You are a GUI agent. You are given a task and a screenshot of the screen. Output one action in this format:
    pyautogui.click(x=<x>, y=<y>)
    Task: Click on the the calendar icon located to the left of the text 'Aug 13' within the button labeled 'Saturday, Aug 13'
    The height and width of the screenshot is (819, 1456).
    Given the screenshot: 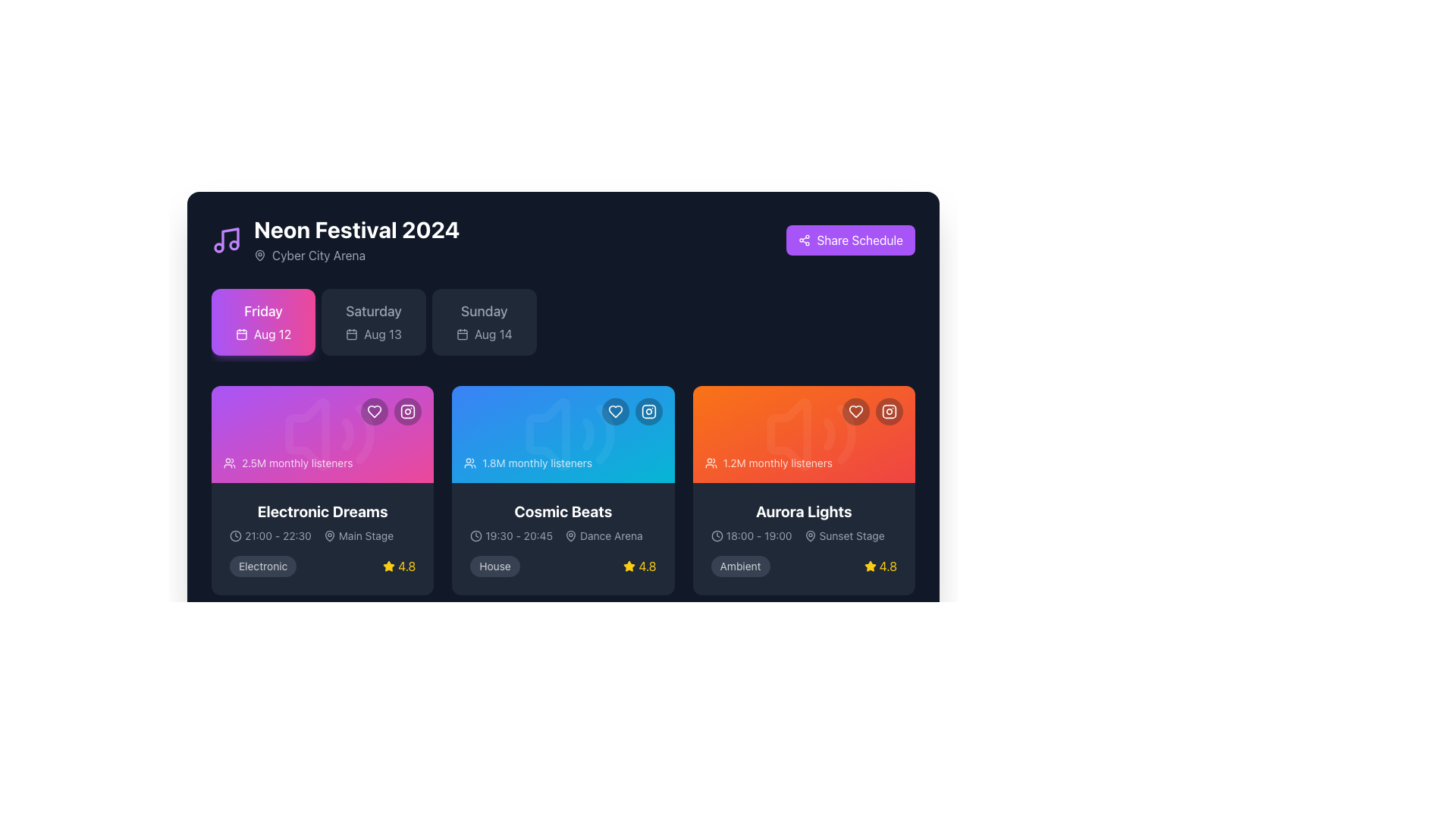 What is the action you would take?
    pyautogui.click(x=351, y=333)
    